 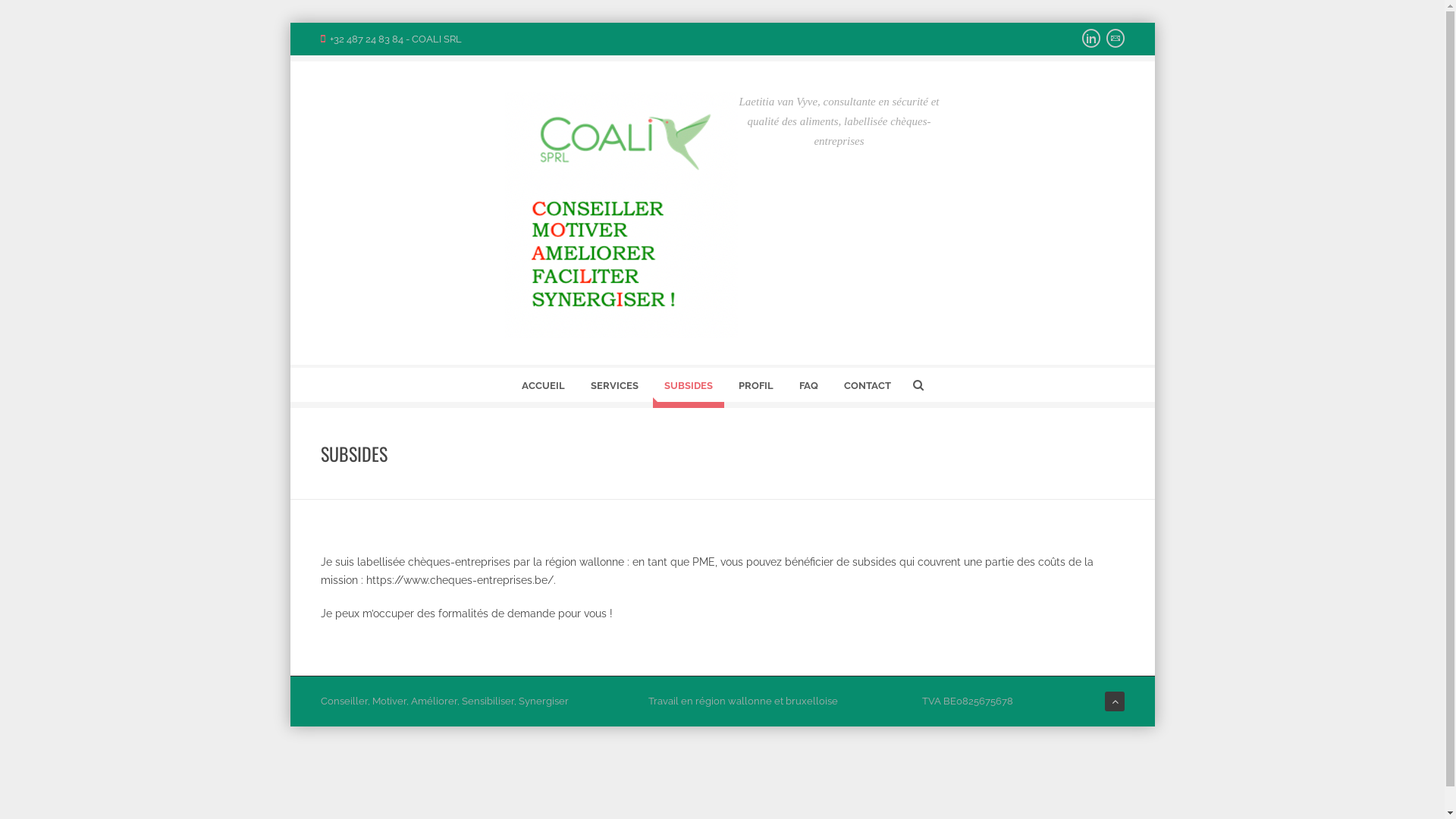 What do you see at coordinates (687, 388) in the screenshot?
I see `'SUBSIDES'` at bounding box center [687, 388].